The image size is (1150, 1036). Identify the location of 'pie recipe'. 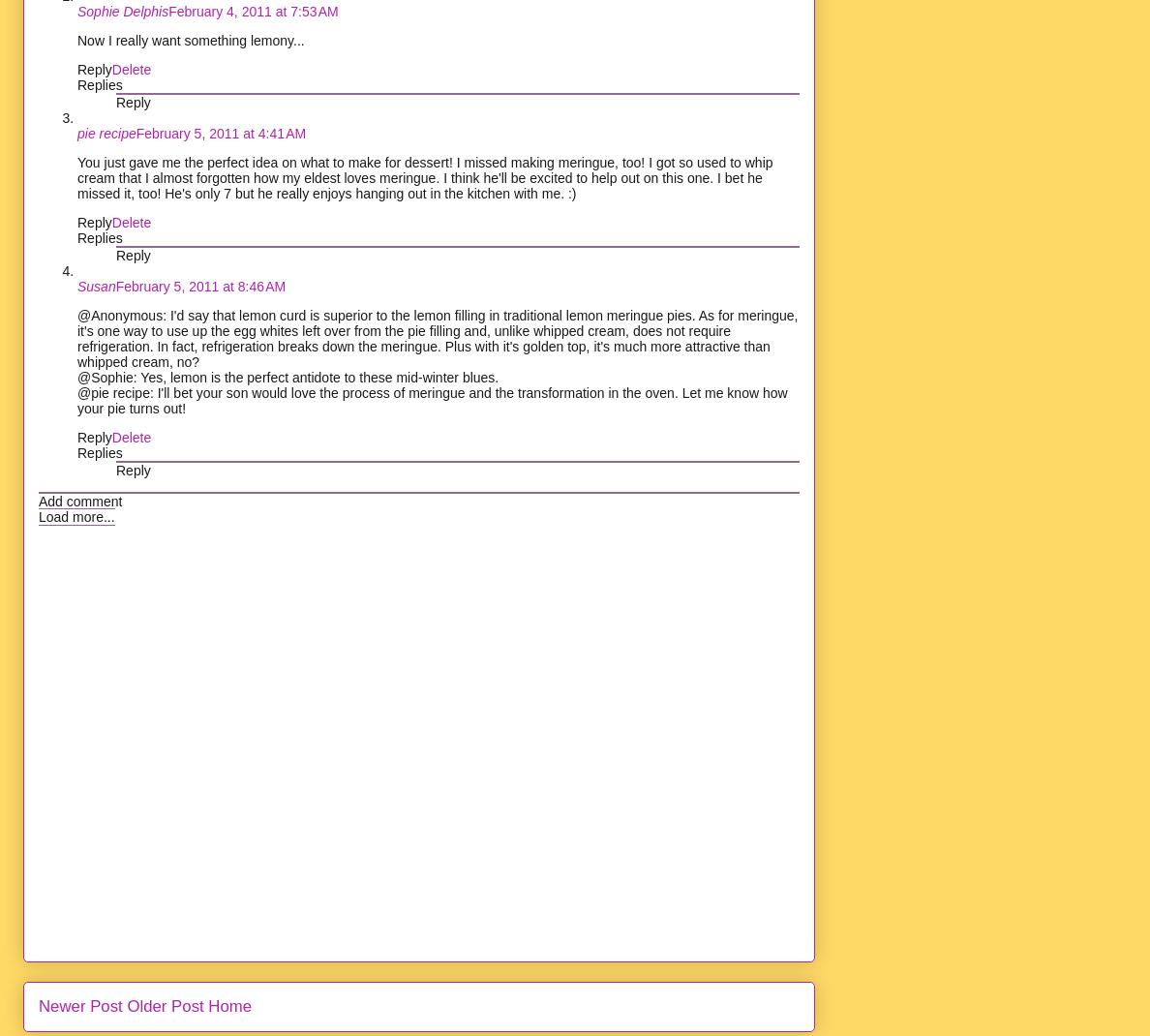
(76, 132).